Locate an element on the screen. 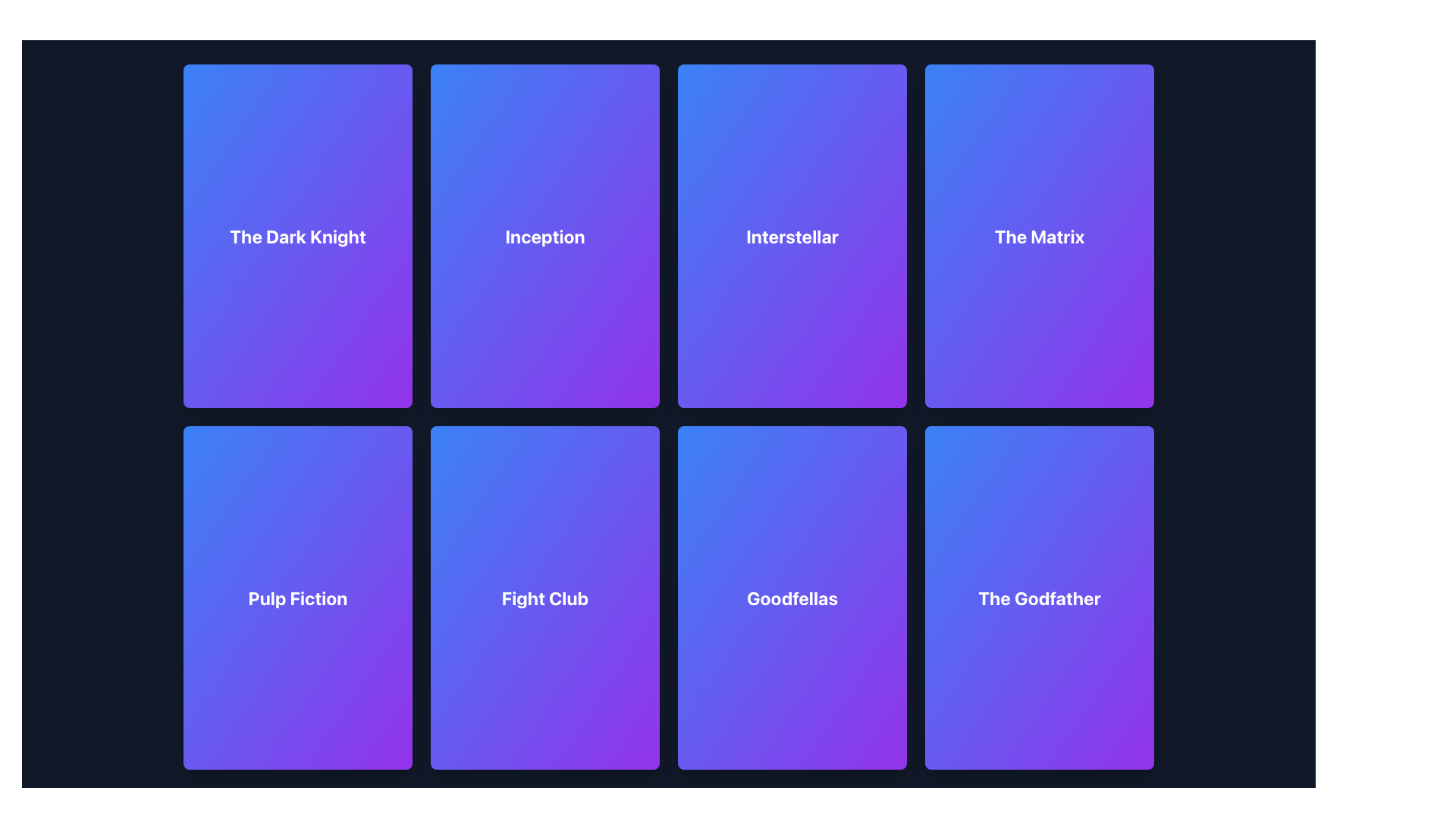  the card representing the movie 'Interstellar' located in the first row and third column of the grid is located at coordinates (792, 236).